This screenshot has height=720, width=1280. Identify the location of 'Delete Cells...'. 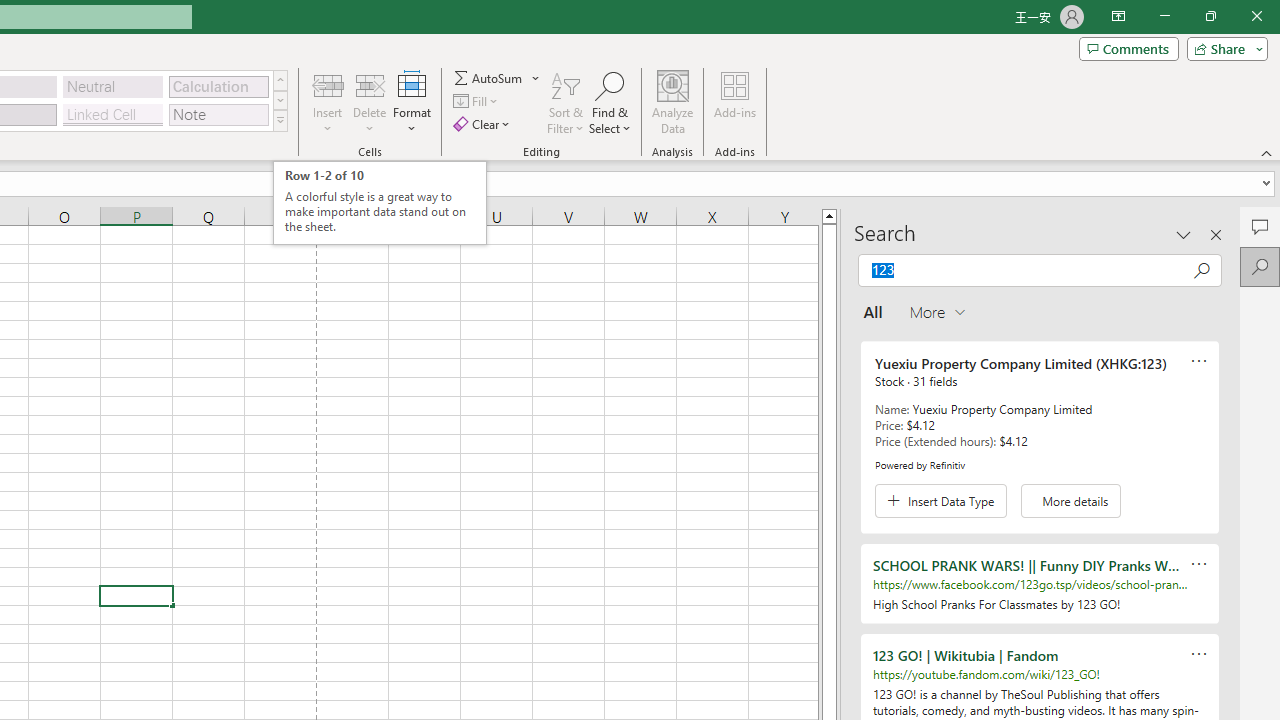
(369, 84).